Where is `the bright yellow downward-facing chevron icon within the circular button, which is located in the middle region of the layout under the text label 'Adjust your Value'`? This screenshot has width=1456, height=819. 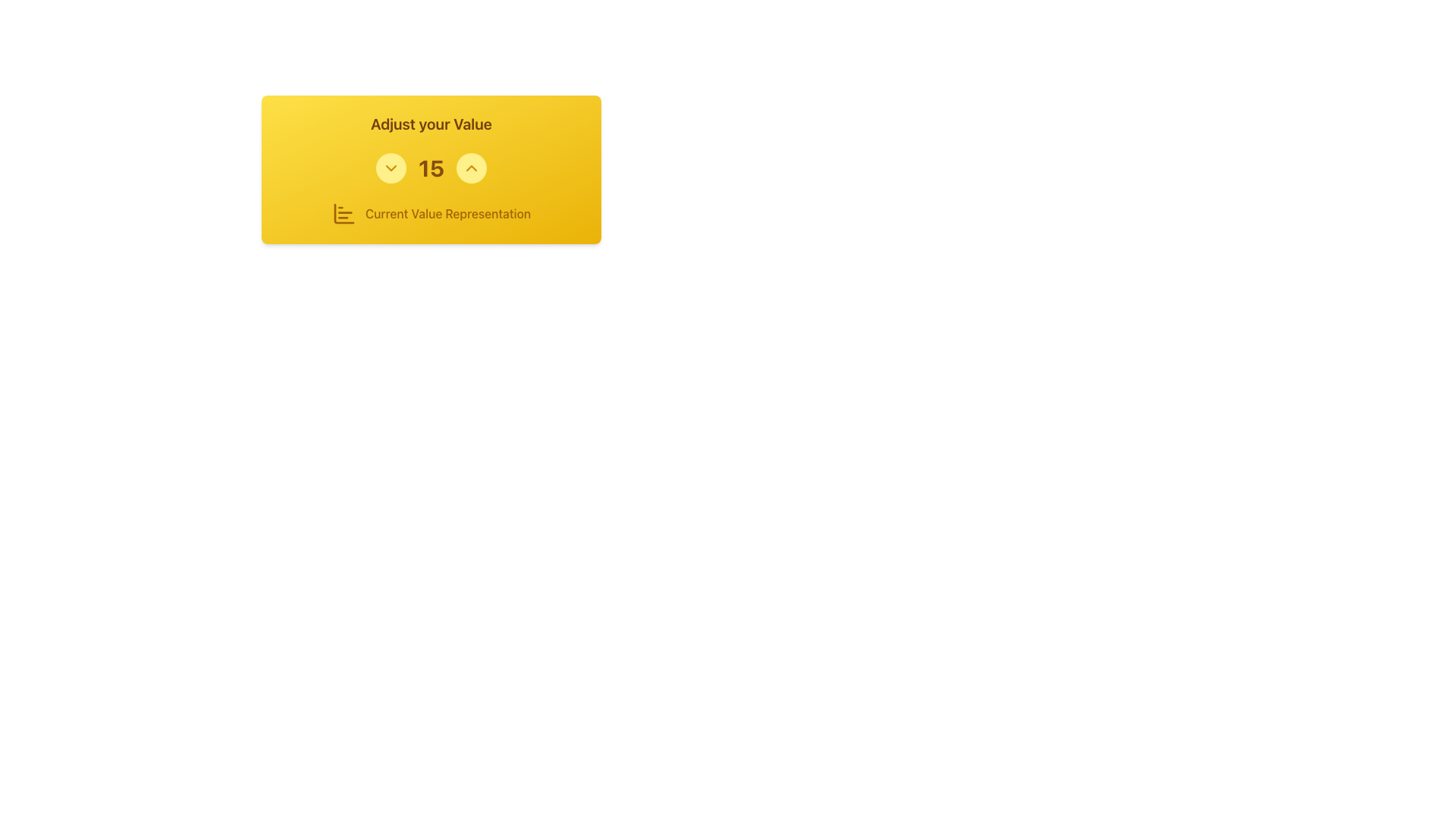 the bright yellow downward-facing chevron icon within the circular button, which is located in the middle region of the layout under the text label 'Adjust your Value' is located at coordinates (391, 168).